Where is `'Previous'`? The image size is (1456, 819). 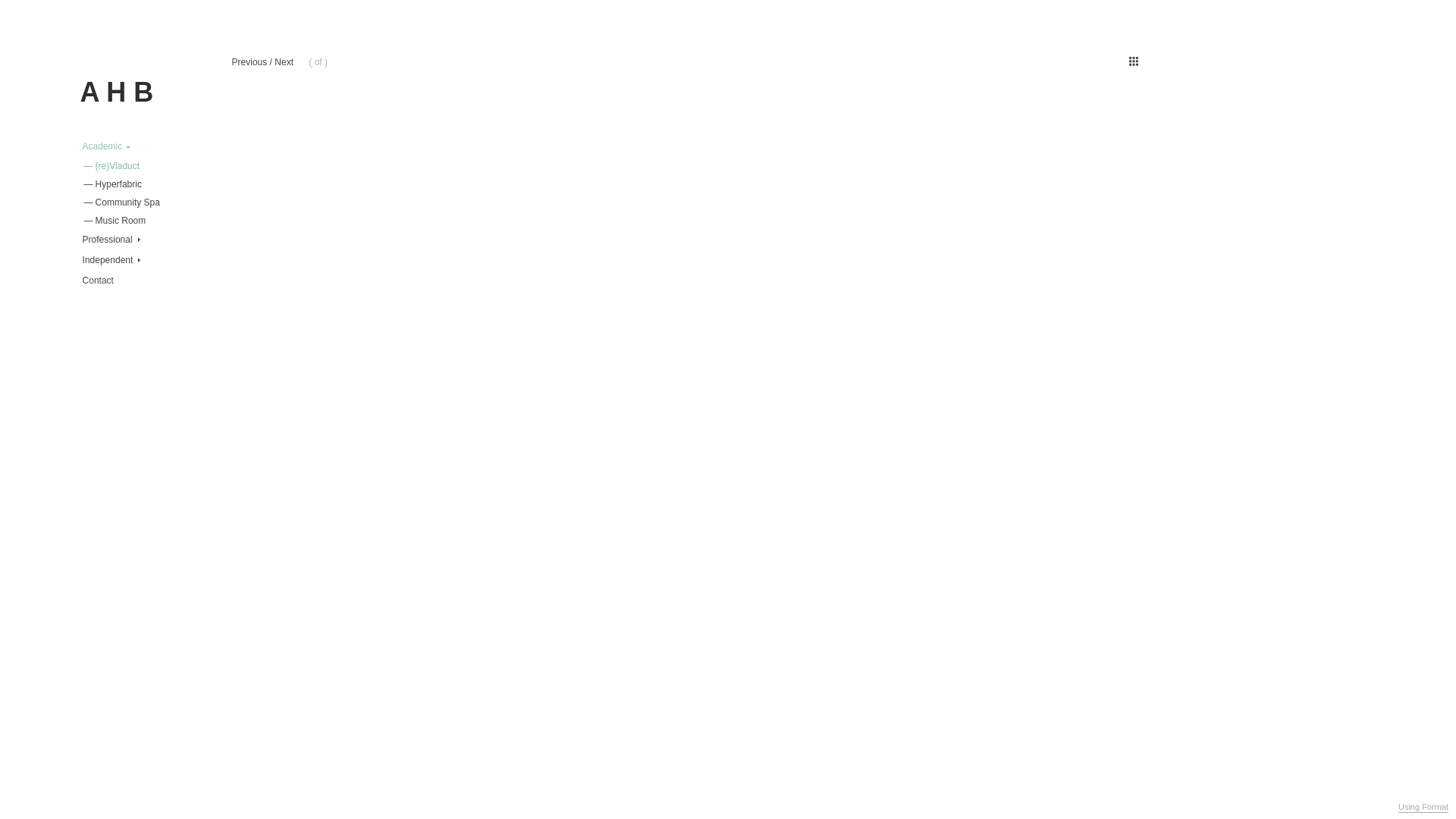 'Previous' is located at coordinates (231, 61).